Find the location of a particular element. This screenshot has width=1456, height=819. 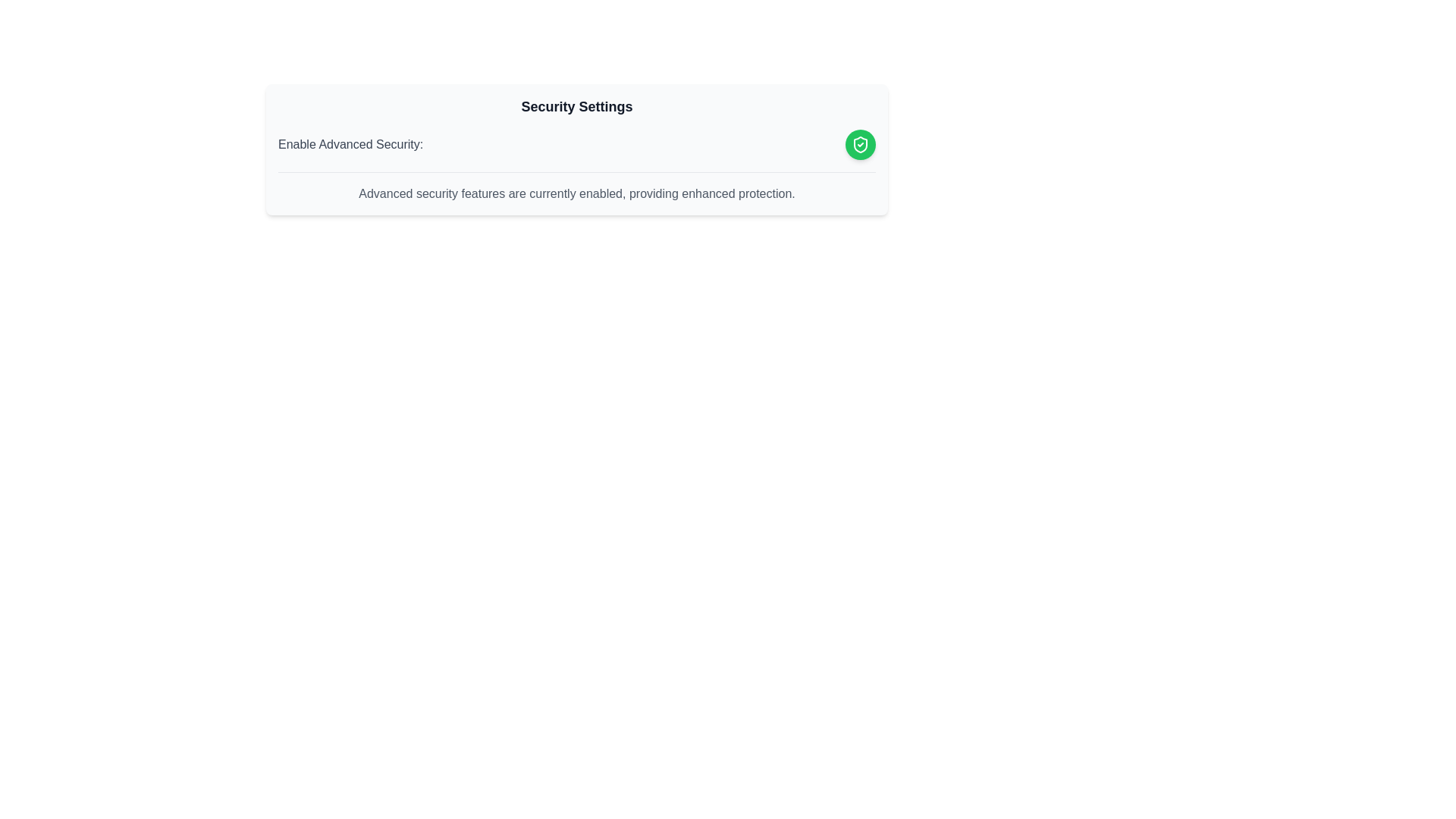

the toggle button to change the security setting is located at coordinates (860, 145).